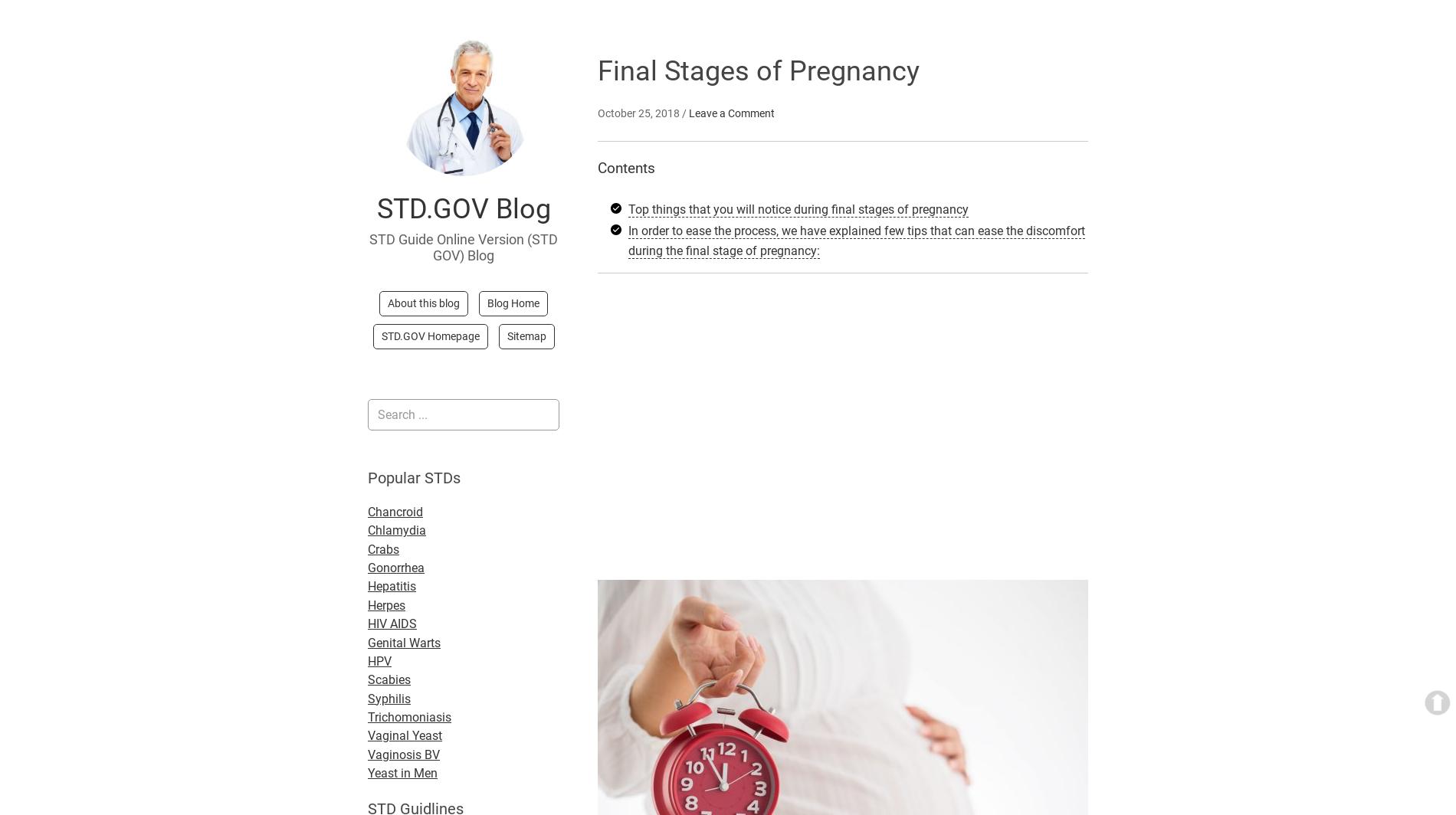  What do you see at coordinates (526, 335) in the screenshot?
I see `'Sitemap'` at bounding box center [526, 335].